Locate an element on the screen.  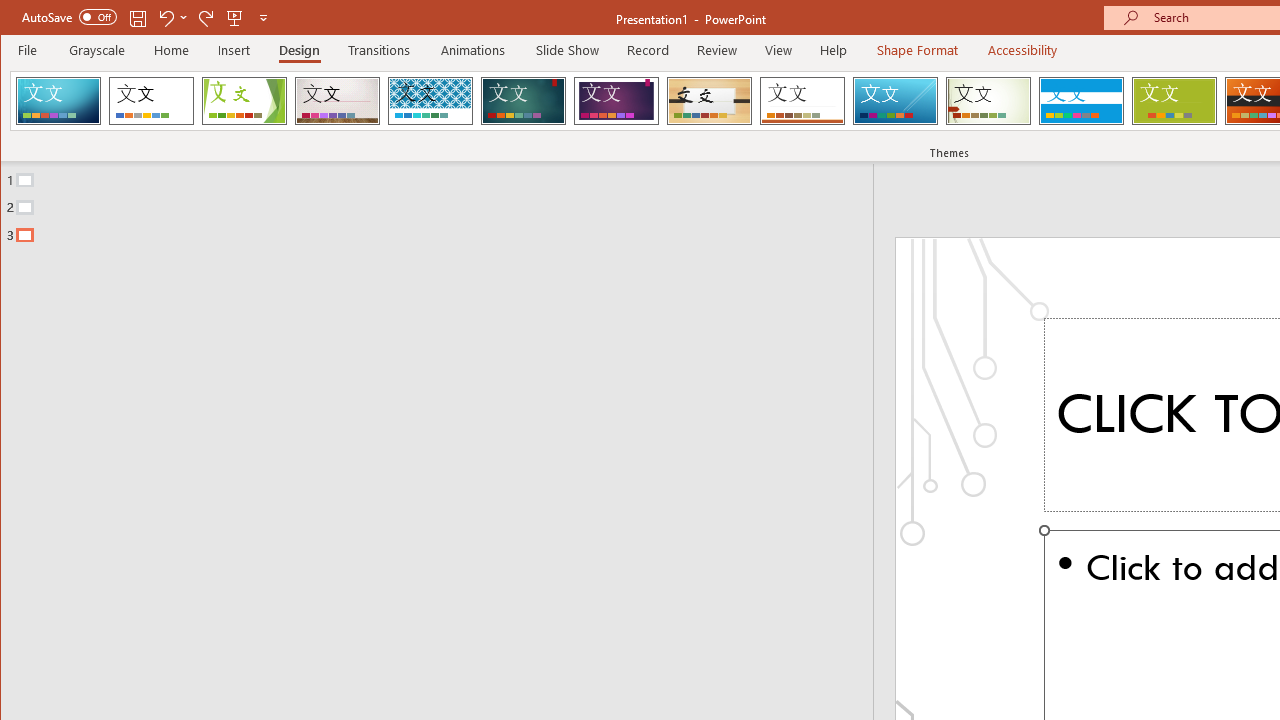
'Wisp' is located at coordinates (988, 100).